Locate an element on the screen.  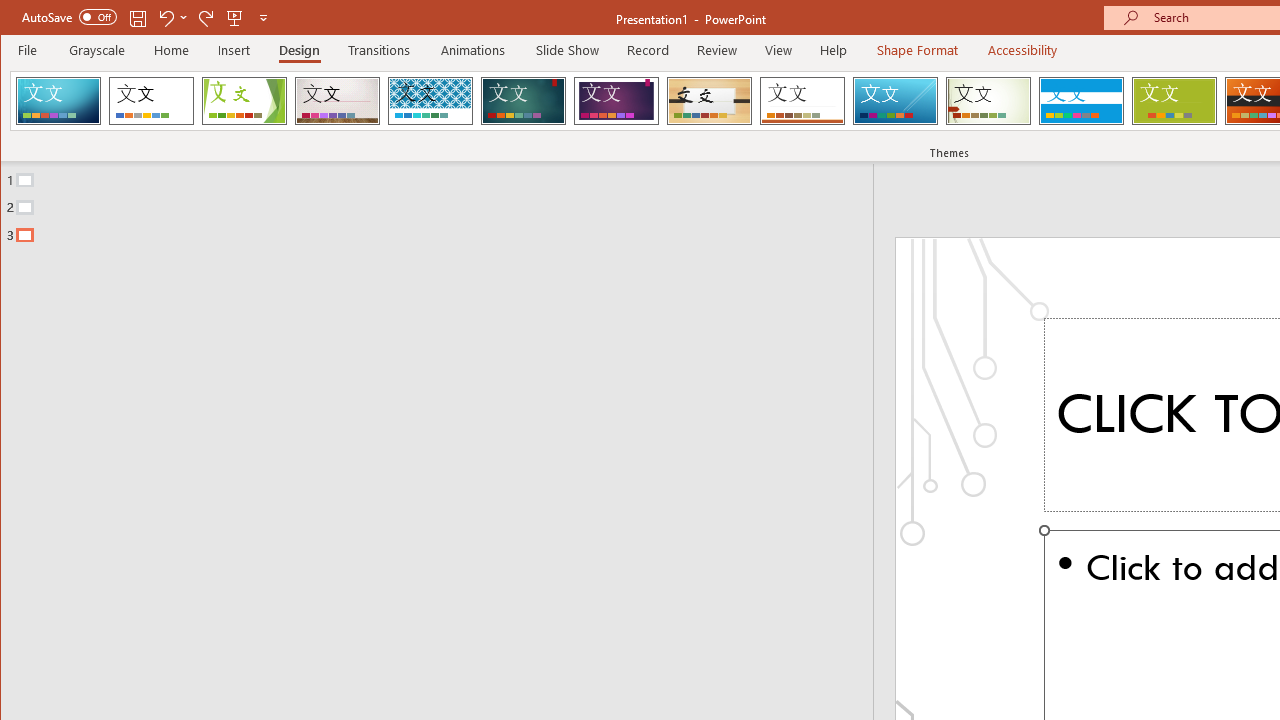
'Wisp' is located at coordinates (988, 100).